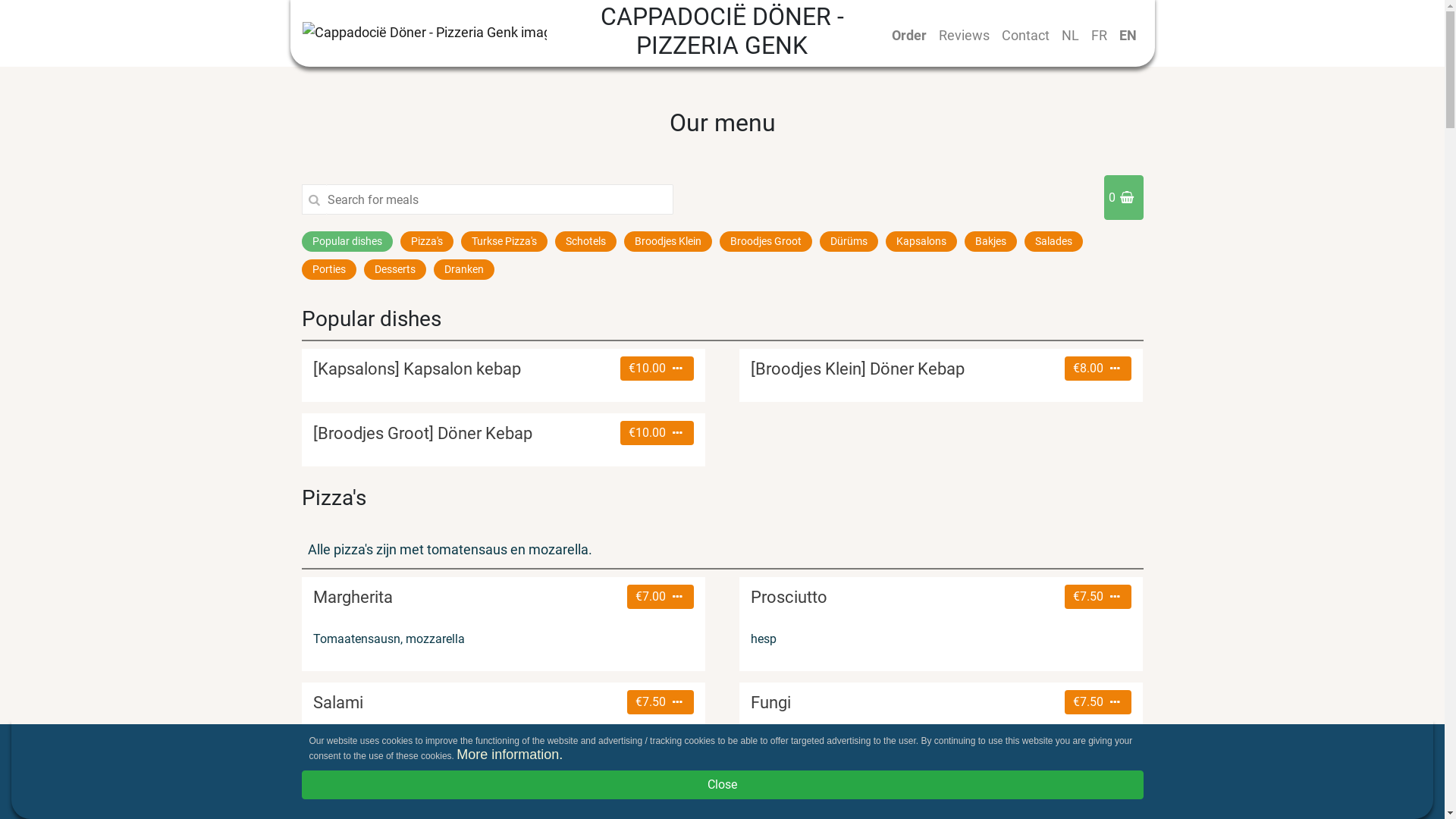 This screenshot has height=819, width=1456. Describe the element at coordinates (1113, 34) in the screenshot. I see `'EN'` at that location.